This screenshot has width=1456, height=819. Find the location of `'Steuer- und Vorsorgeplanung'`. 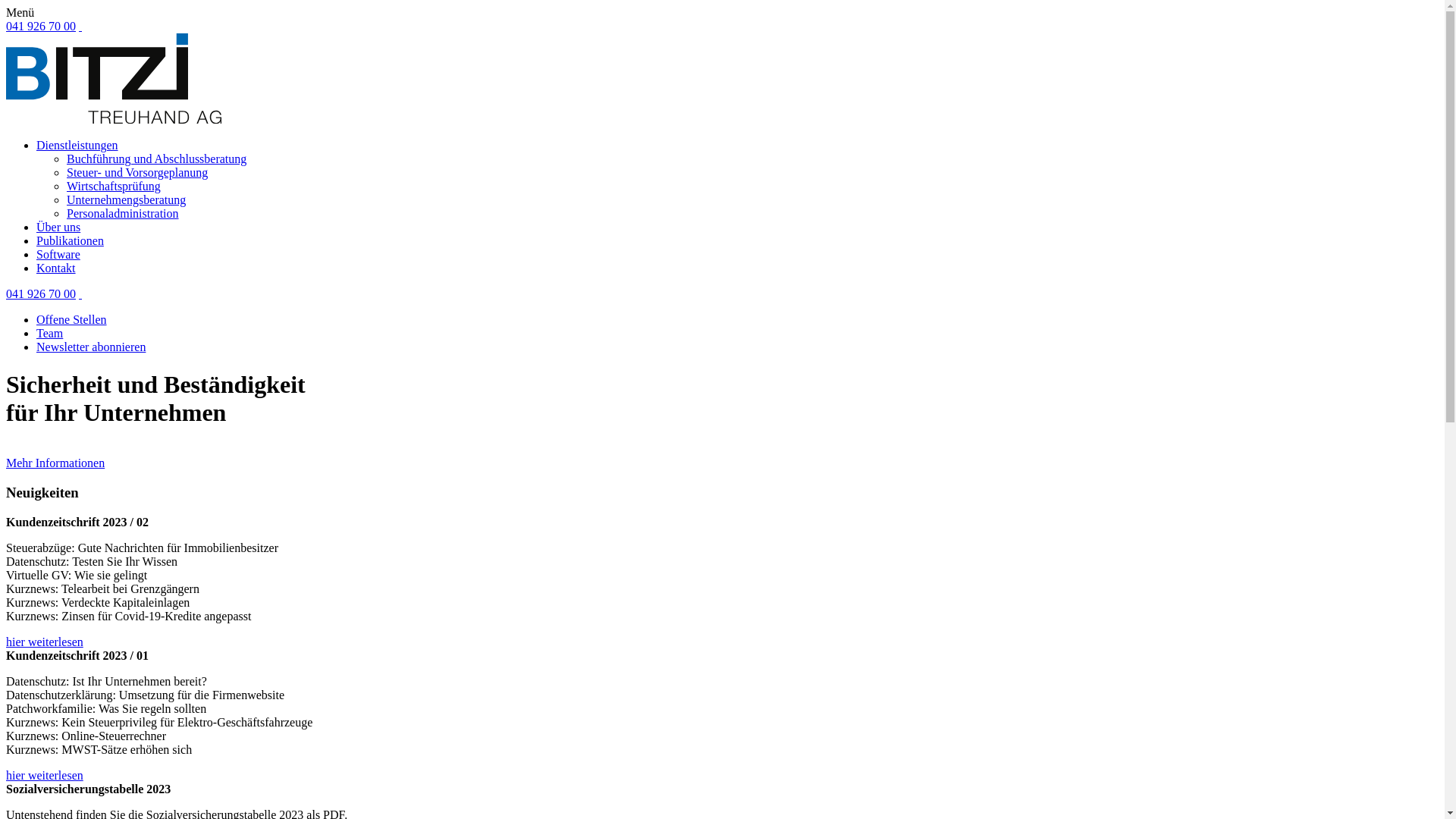

'Steuer- und Vorsorgeplanung' is located at coordinates (137, 171).